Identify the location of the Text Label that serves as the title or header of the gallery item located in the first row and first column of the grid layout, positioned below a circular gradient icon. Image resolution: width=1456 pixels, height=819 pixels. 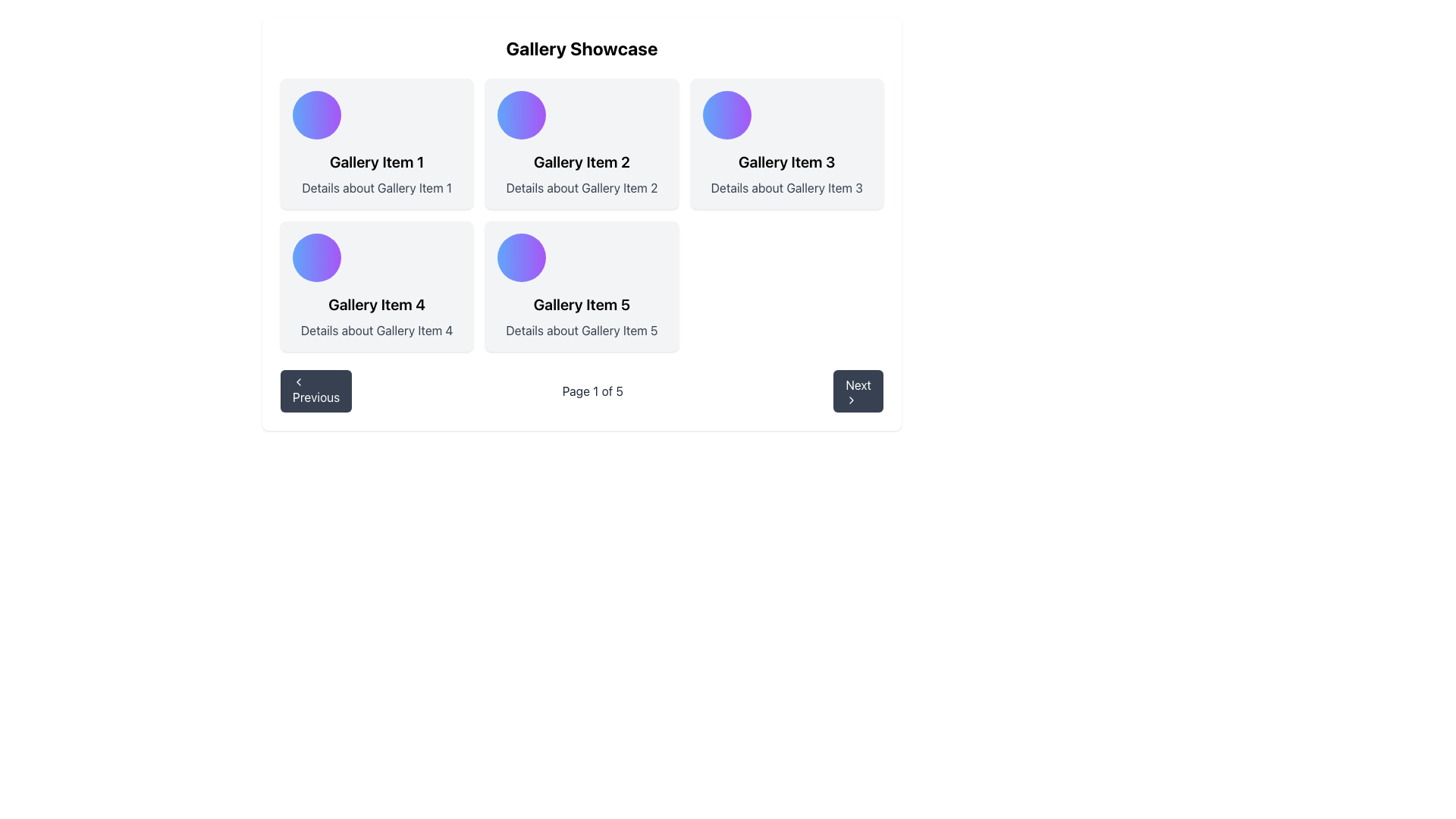
(377, 162).